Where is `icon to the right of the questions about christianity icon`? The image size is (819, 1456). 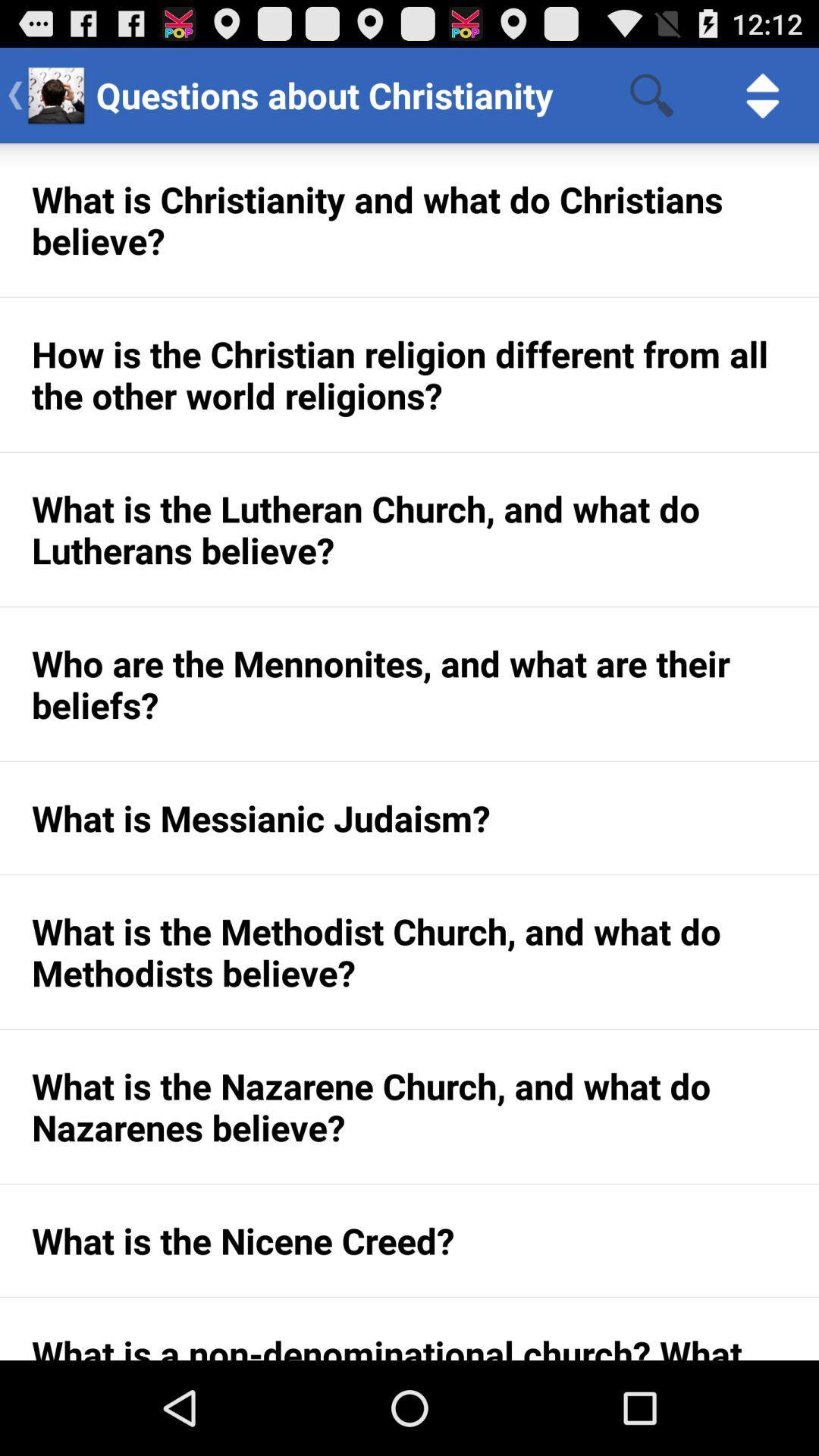 icon to the right of the questions about christianity icon is located at coordinates (651, 94).